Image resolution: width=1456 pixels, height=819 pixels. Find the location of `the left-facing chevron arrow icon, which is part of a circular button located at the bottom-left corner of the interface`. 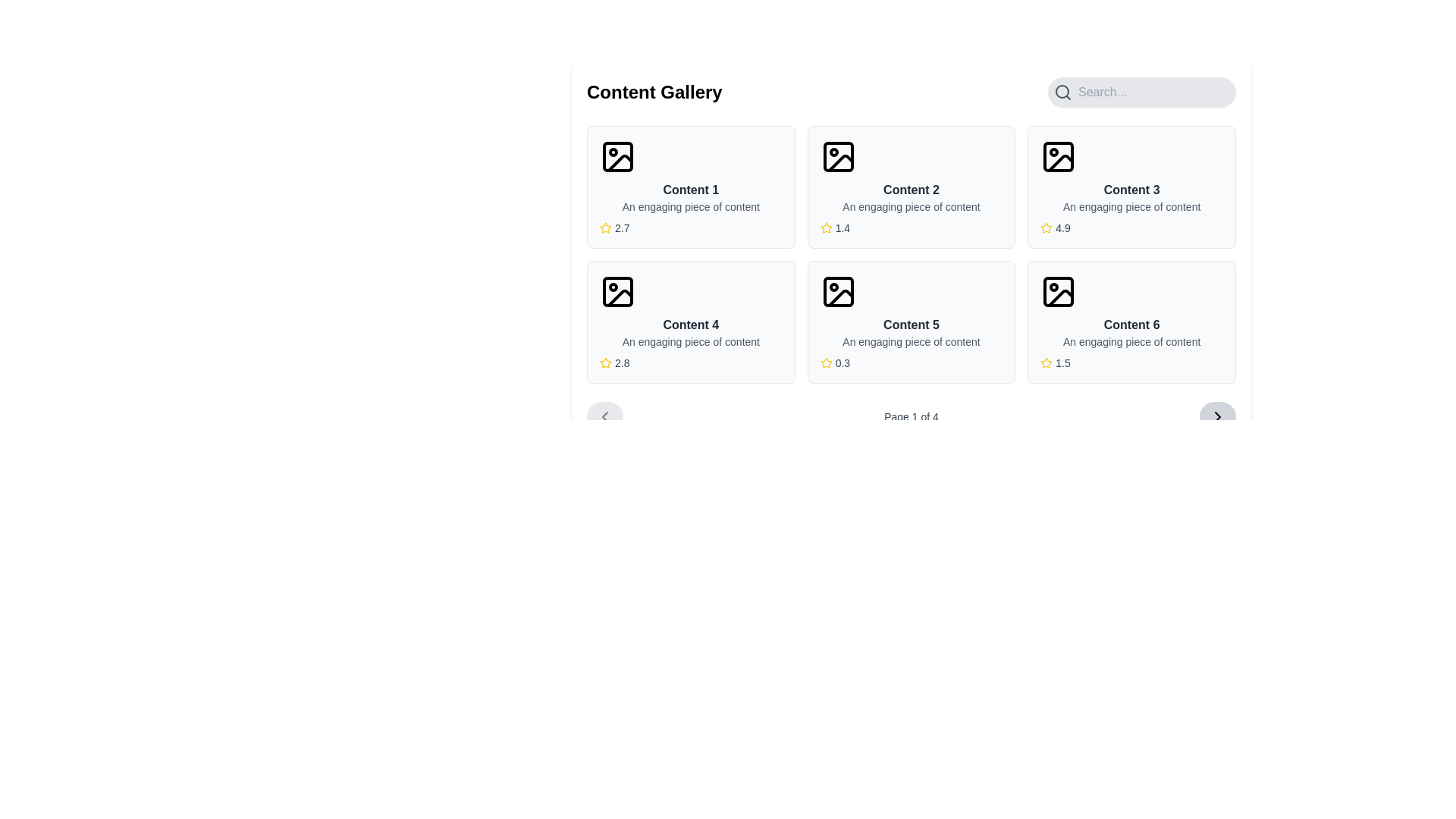

the left-facing chevron arrow icon, which is part of a circular button located at the bottom-left corner of the interface is located at coordinates (604, 417).